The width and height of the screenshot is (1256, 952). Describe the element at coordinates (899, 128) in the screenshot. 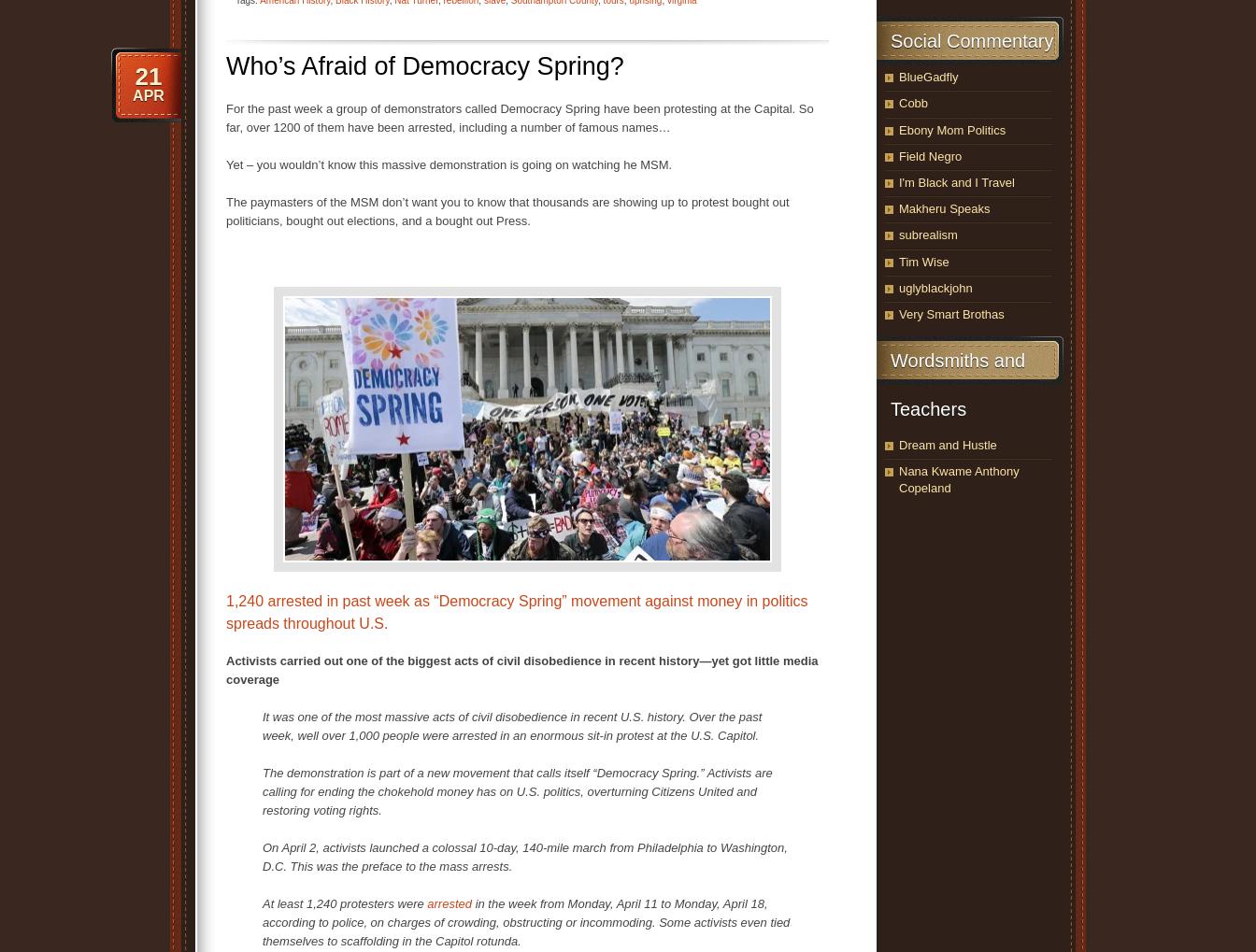

I see `'Ebony Mom Politics'` at that location.